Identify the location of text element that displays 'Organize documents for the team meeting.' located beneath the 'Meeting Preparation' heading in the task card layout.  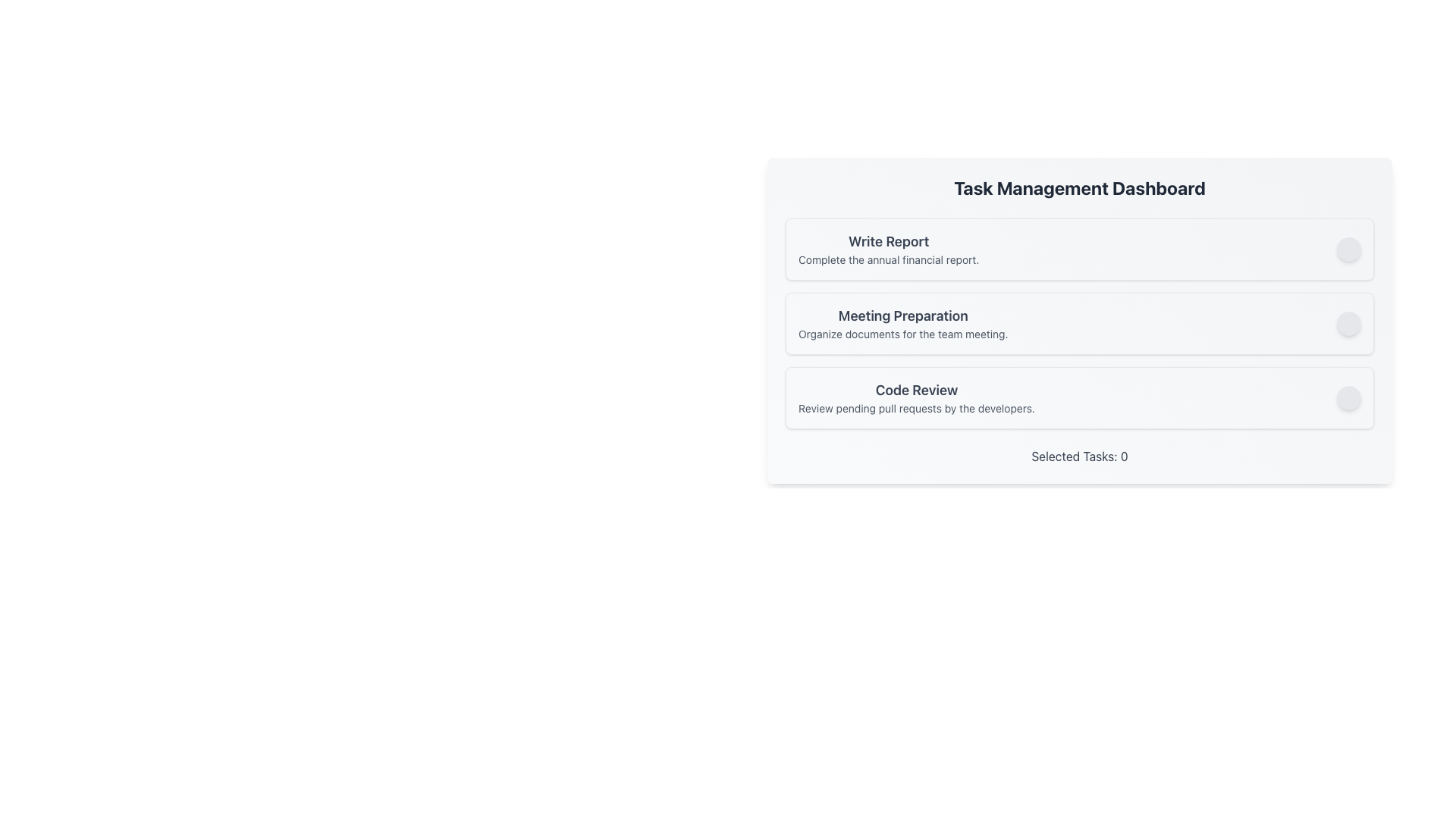
(903, 333).